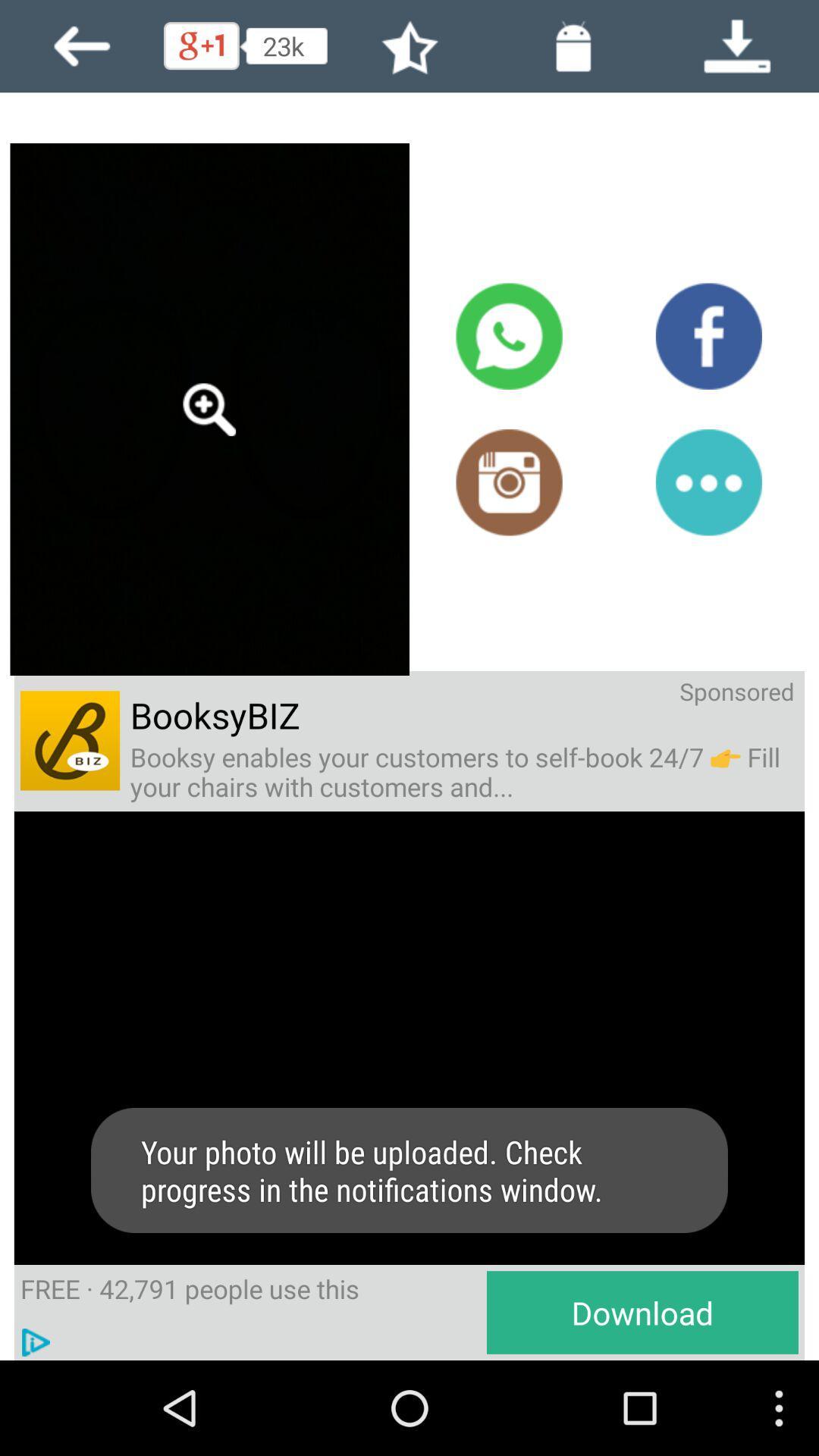 This screenshot has height=1456, width=819. I want to click on the zoom in  icon which is above booksybiz on the page, so click(209, 409).